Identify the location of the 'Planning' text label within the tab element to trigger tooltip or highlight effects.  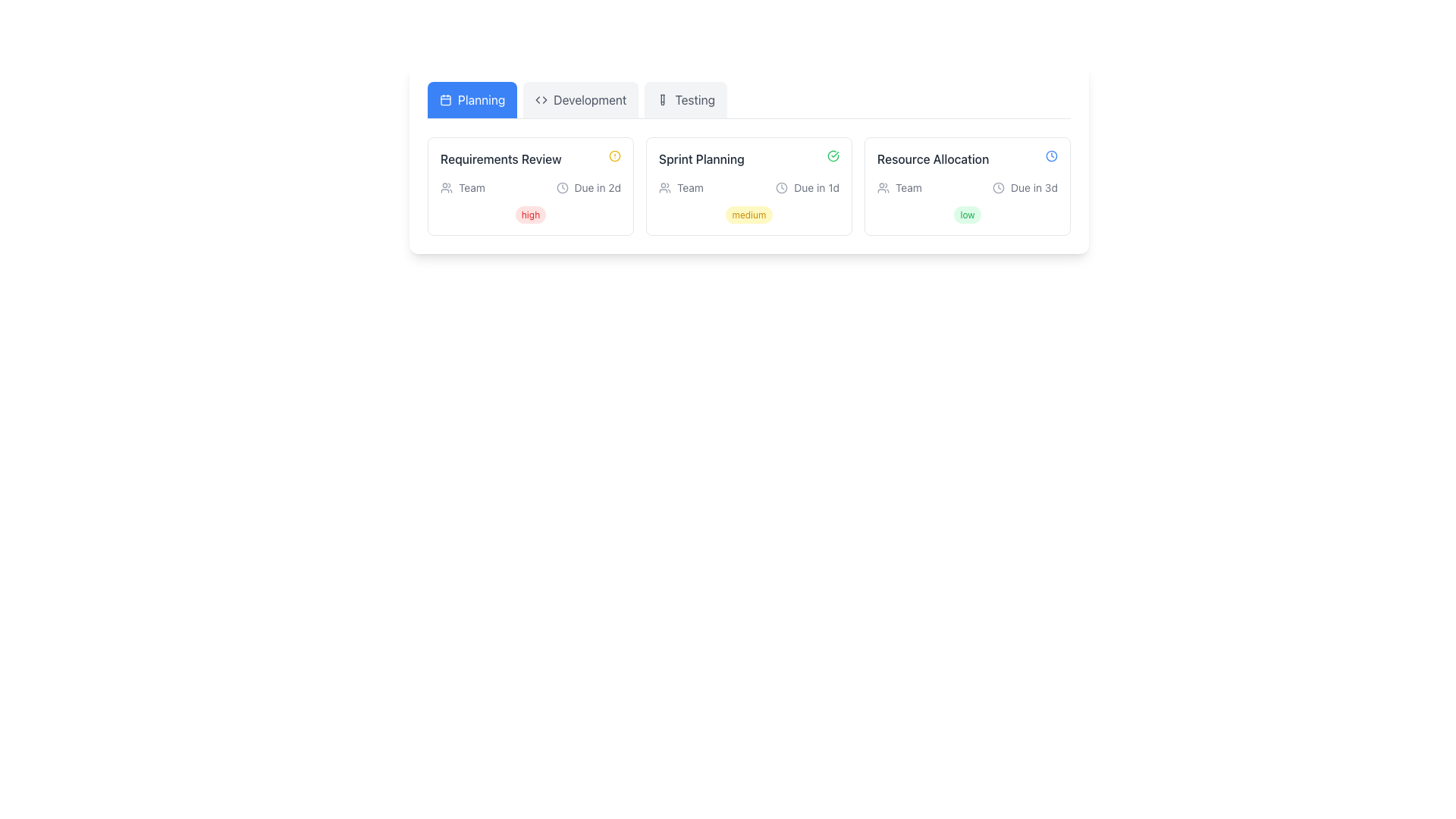
(481, 99).